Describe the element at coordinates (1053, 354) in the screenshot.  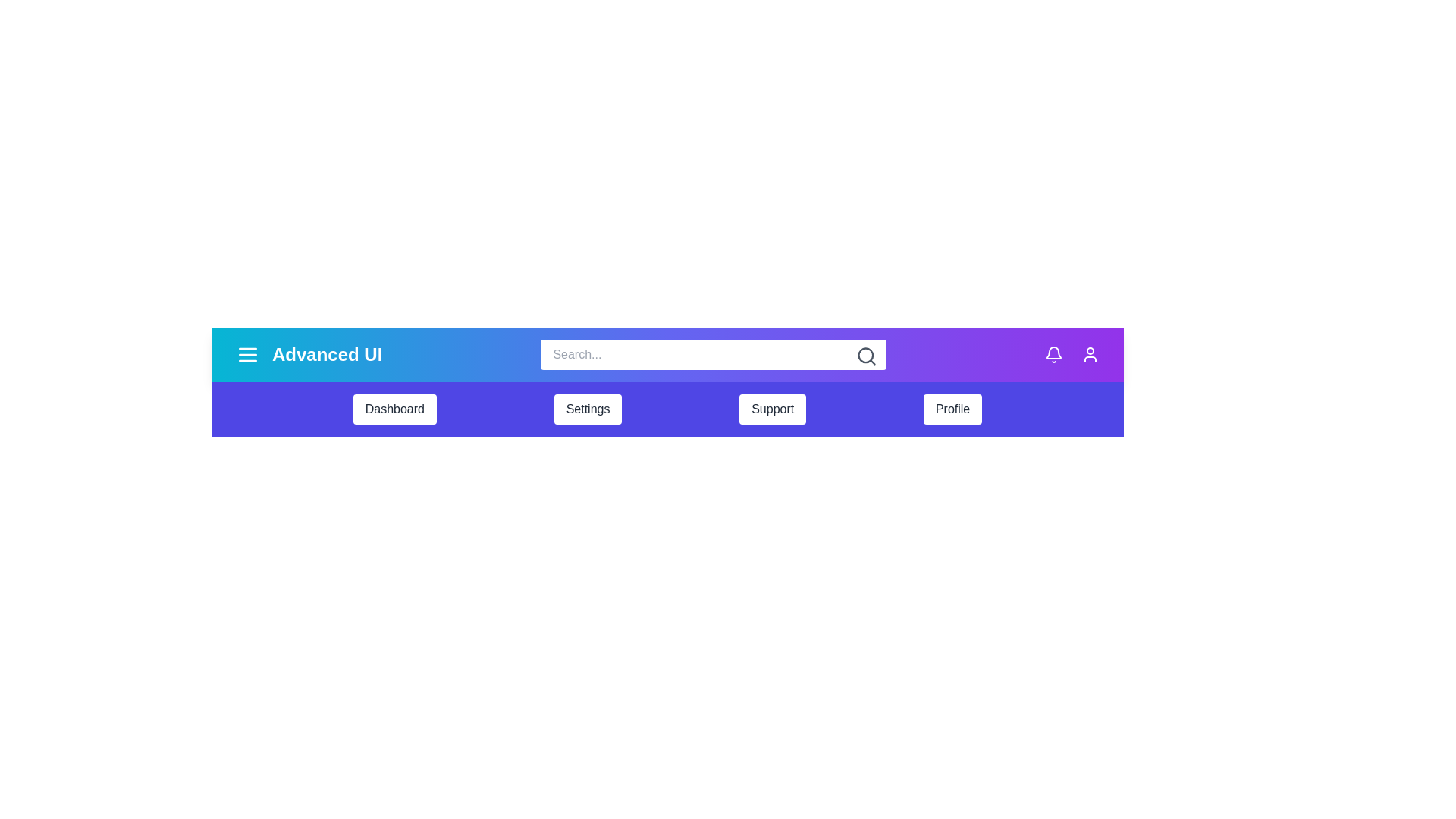
I see `the bell icon to view notifications` at that location.